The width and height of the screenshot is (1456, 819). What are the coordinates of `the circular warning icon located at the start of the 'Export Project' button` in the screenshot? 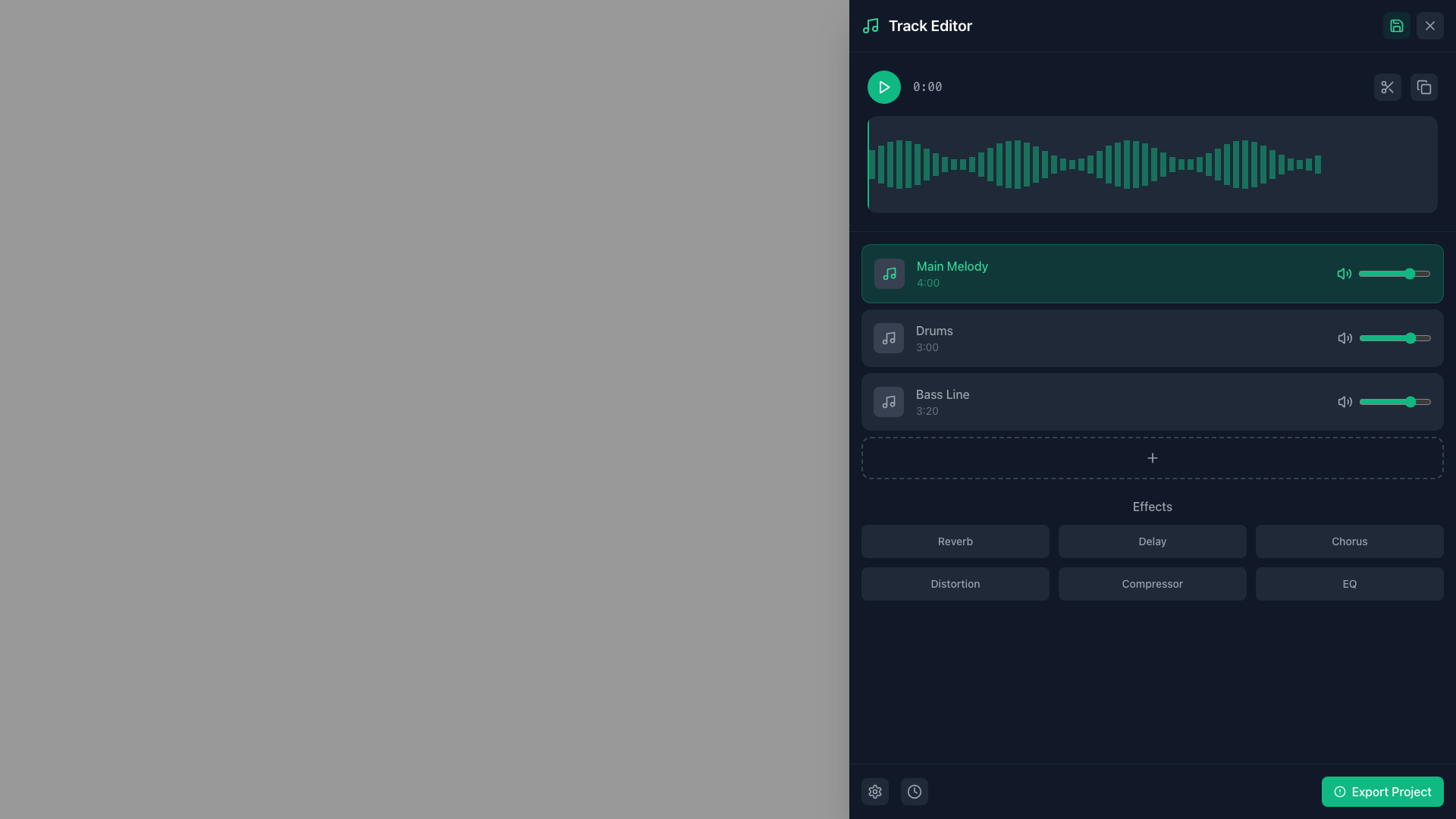 It's located at (1339, 791).